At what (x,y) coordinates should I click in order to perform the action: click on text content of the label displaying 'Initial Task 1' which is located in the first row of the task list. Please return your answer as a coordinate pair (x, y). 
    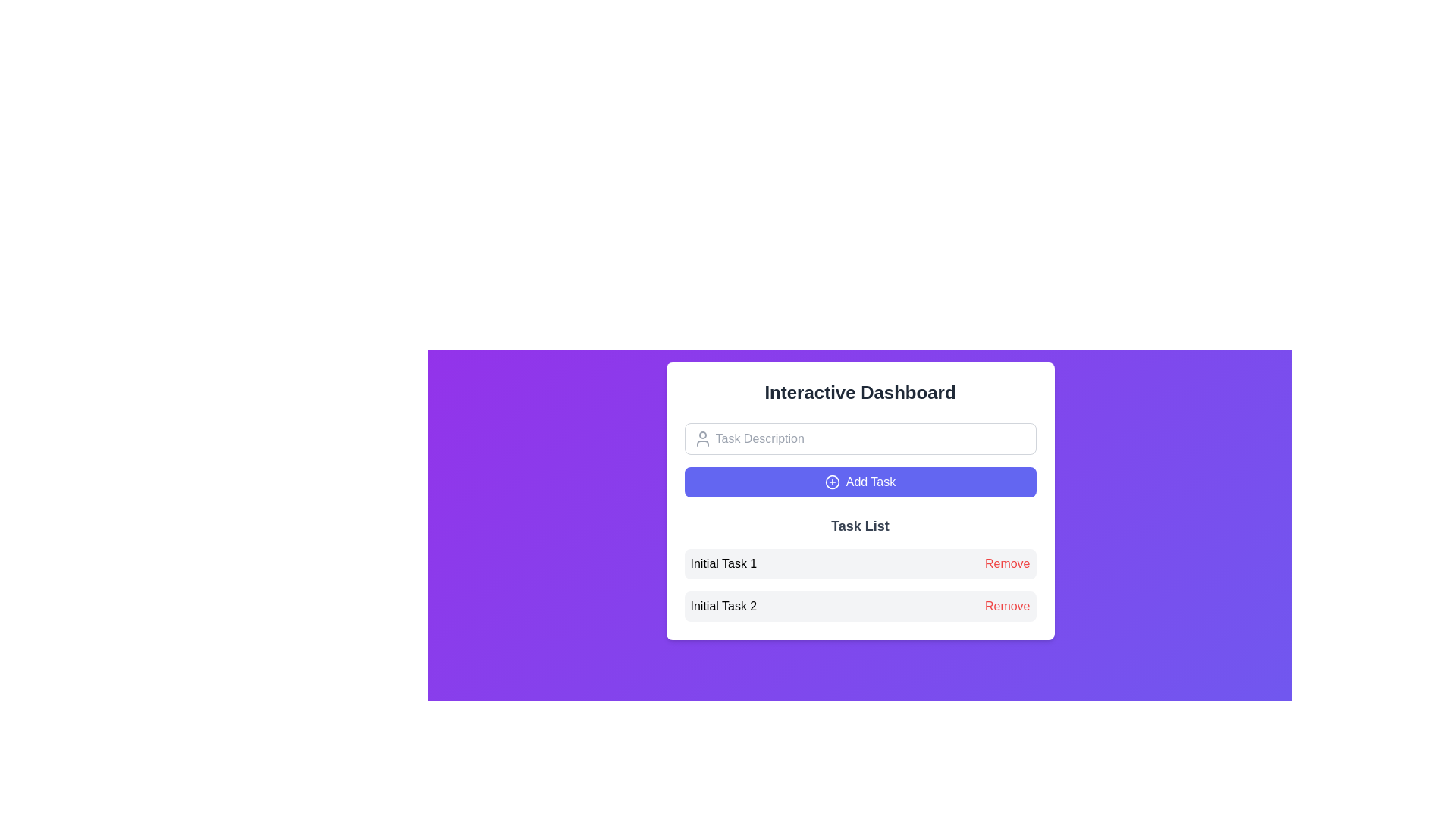
    Looking at the image, I should click on (723, 564).